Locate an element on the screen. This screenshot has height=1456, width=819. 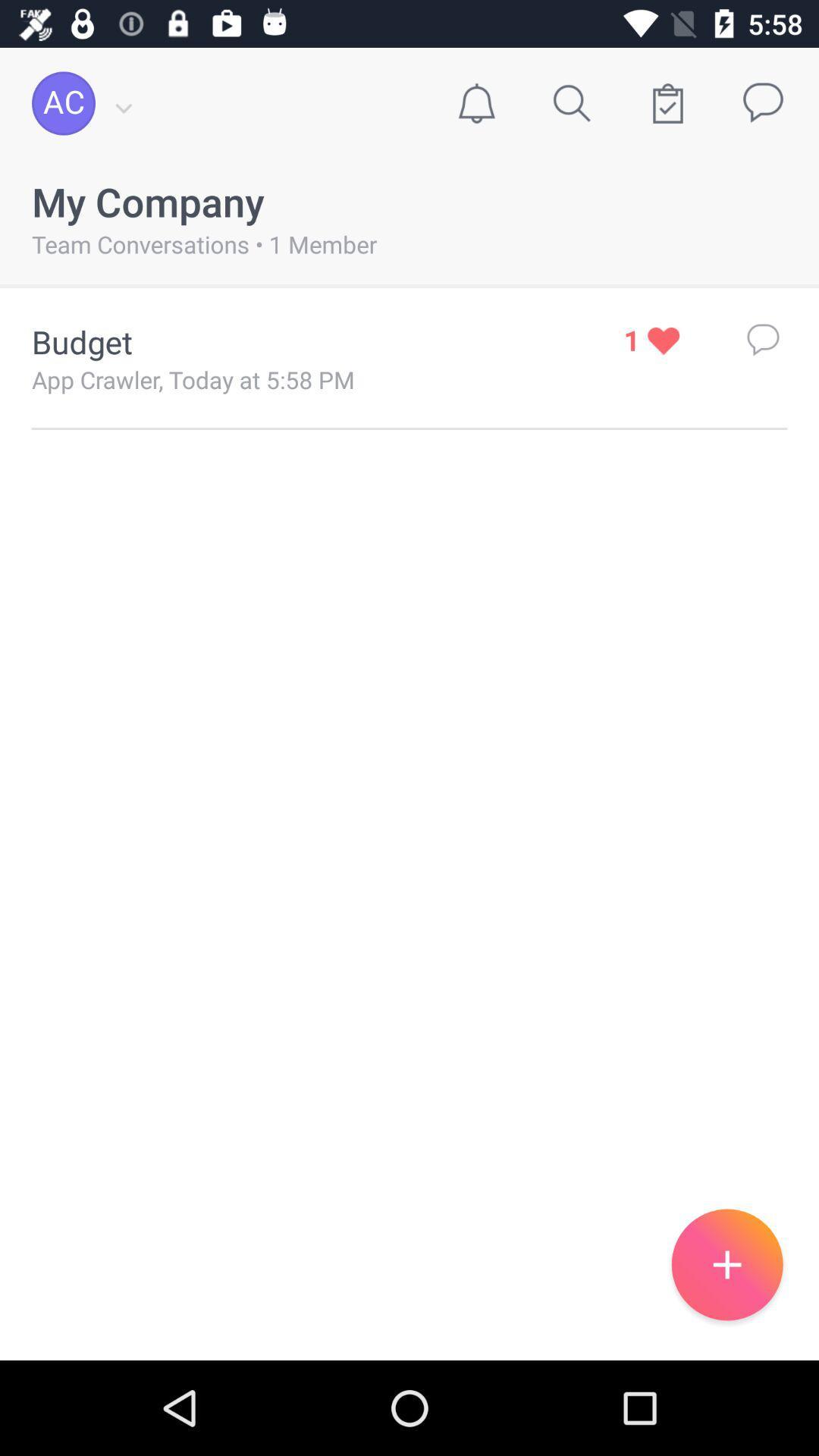
the add icon is located at coordinates (726, 1264).